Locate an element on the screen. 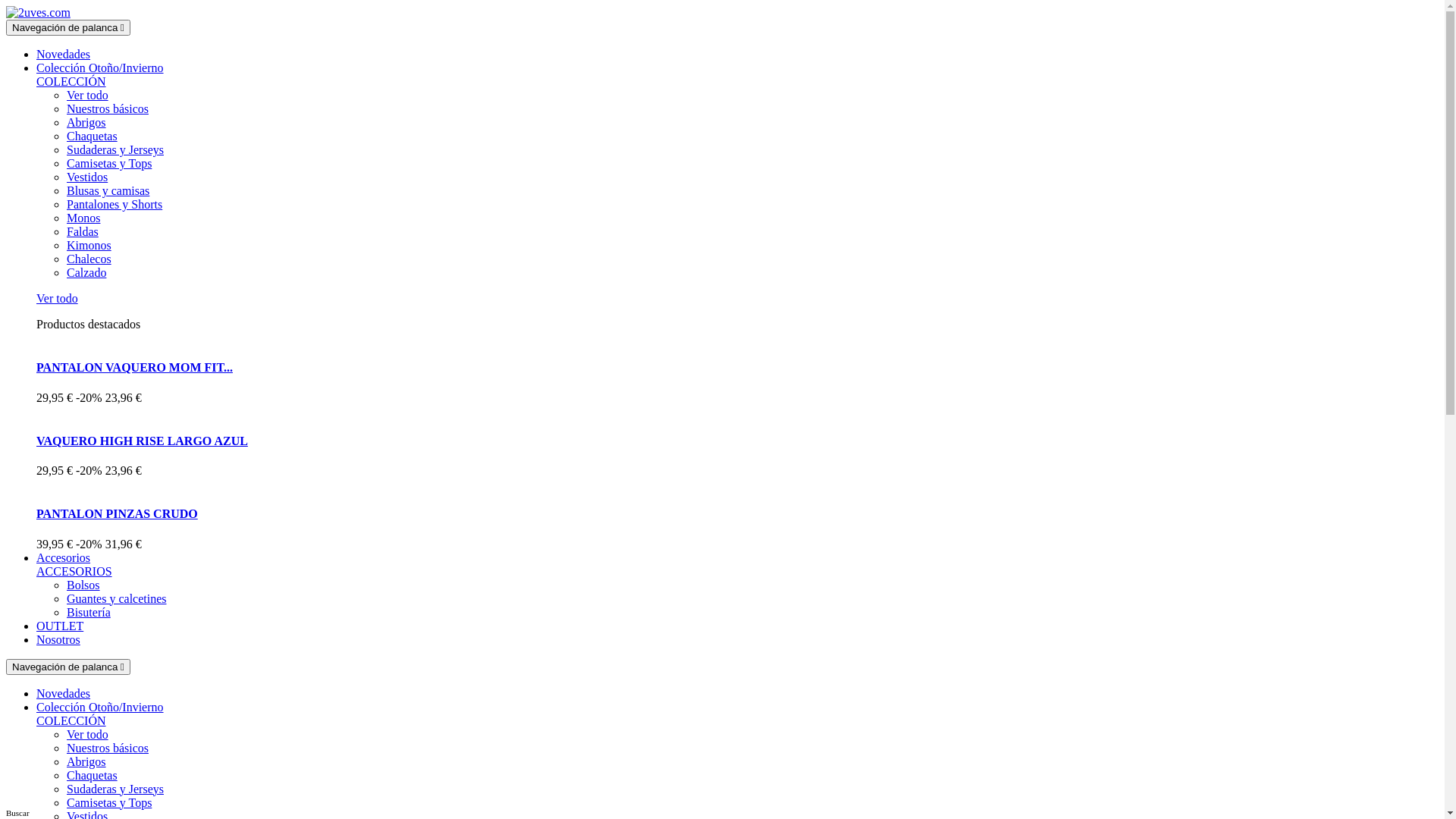 The image size is (1456, 819). 'Novedades' is located at coordinates (62, 53).